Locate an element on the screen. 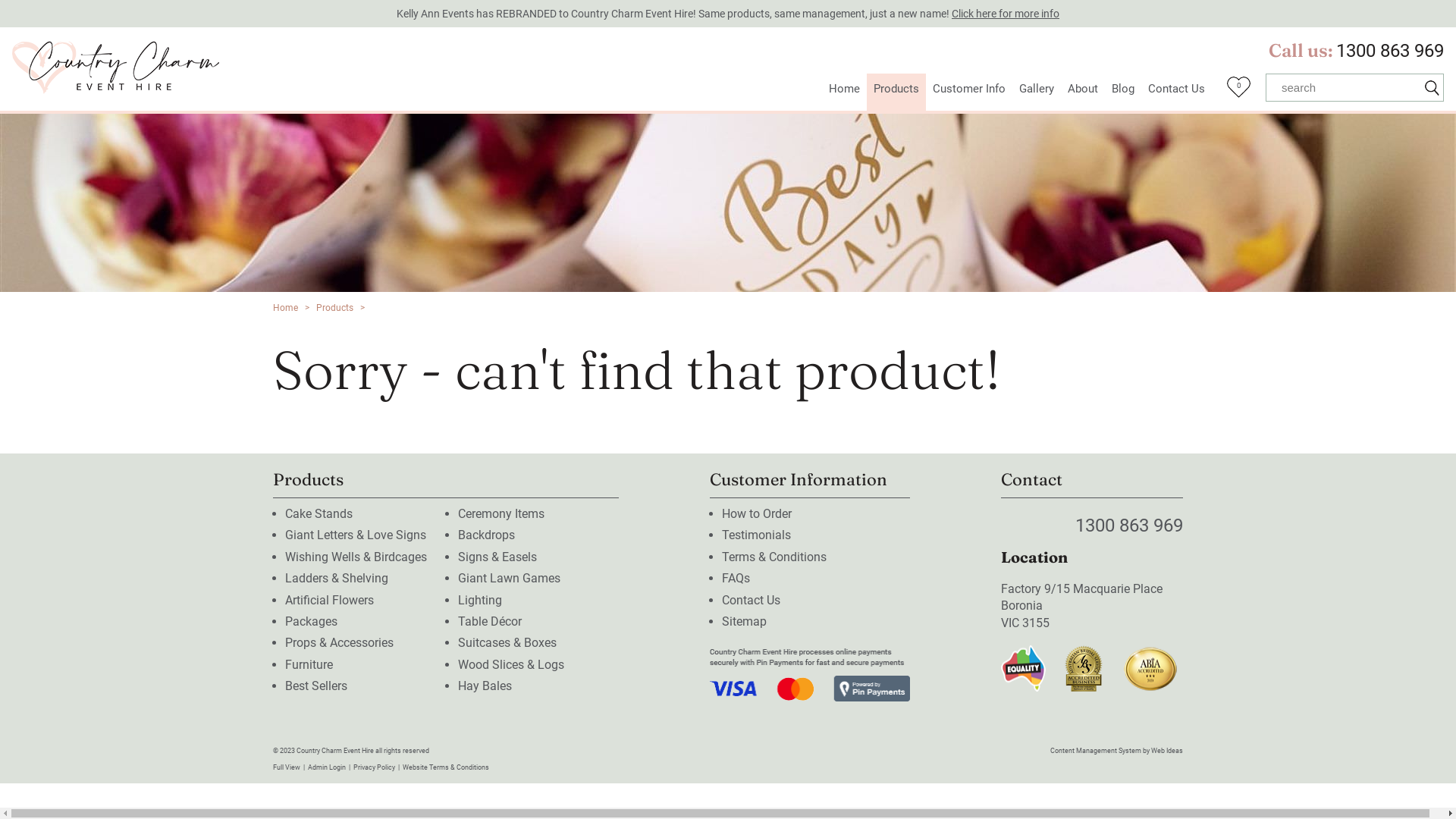  'Wood Slices & Logs' is located at coordinates (510, 664).